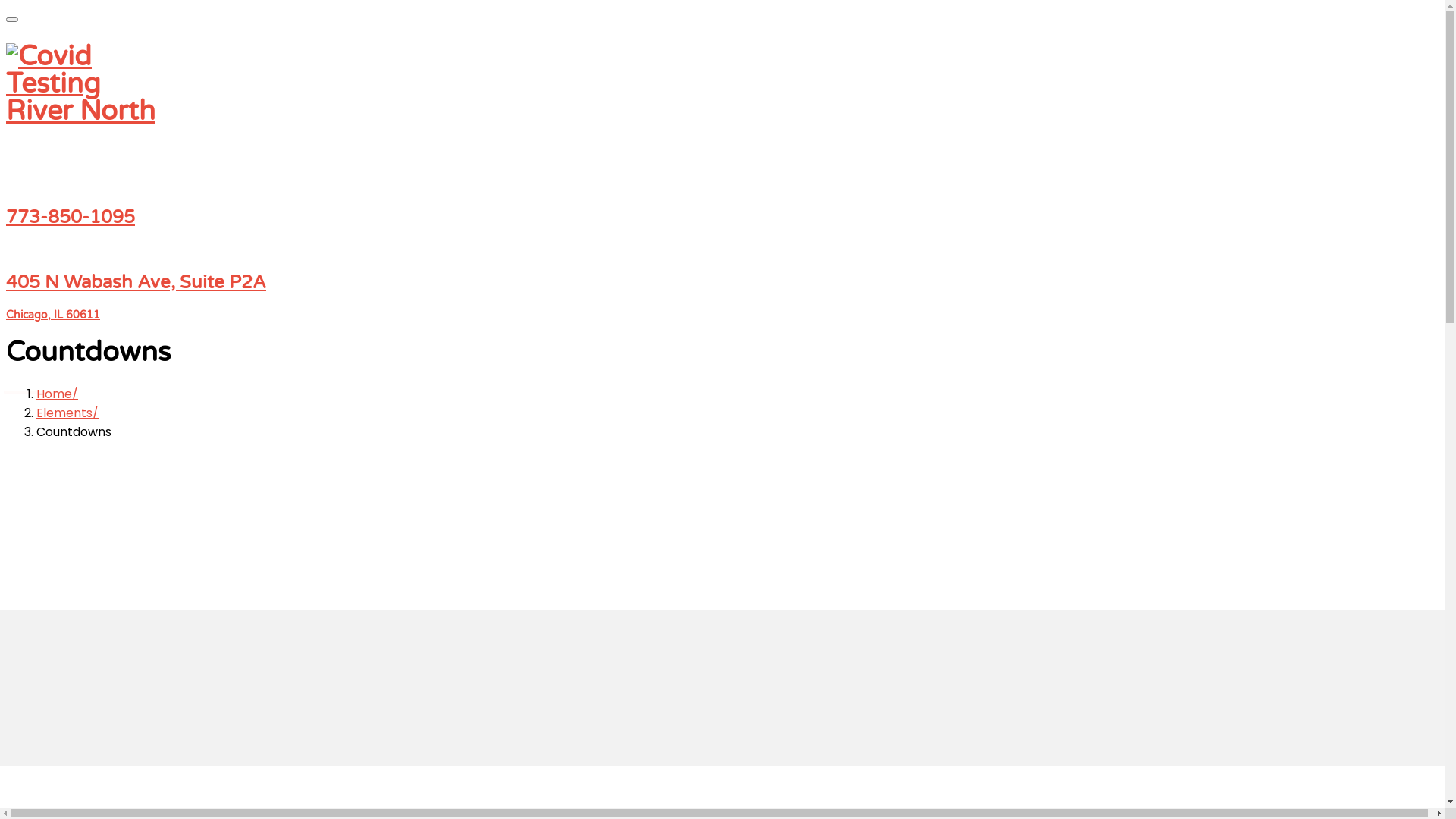 This screenshot has width=1456, height=819. Describe the element at coordinates (57, 393) in the screenshot. I see `'Home'` at that location.